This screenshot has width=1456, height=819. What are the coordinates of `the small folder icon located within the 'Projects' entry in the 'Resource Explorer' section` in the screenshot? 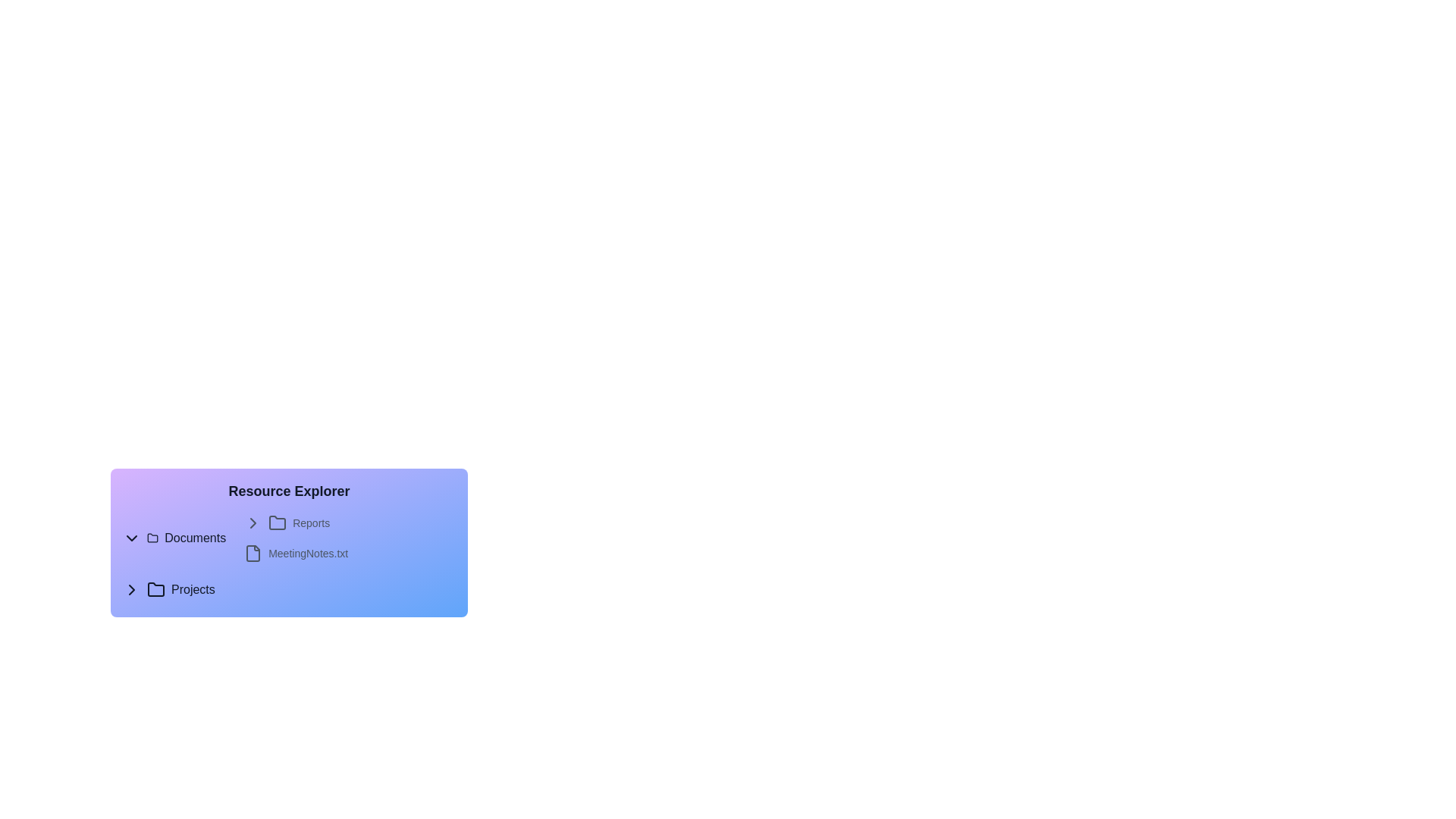 It's located at (156, 588).